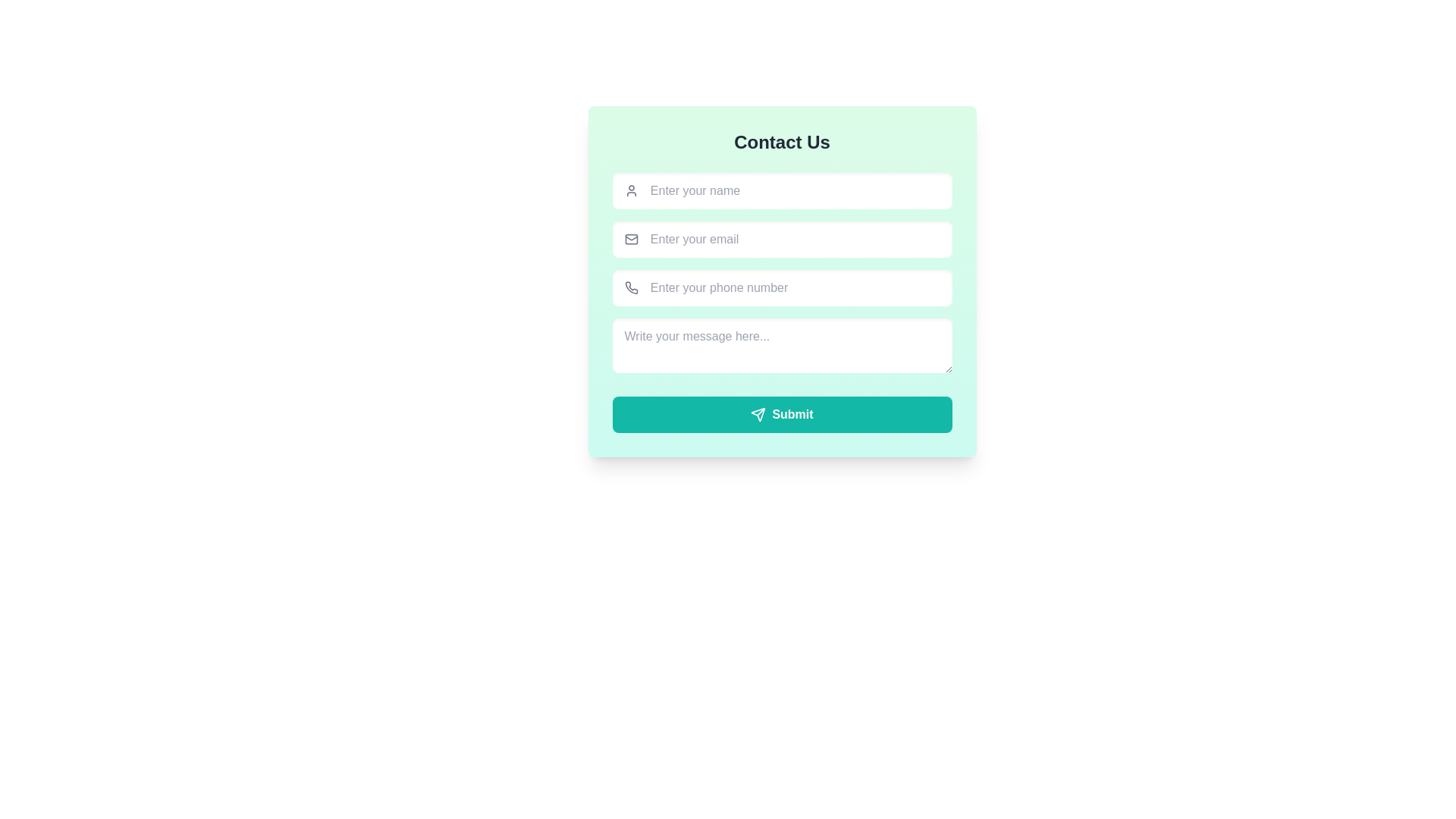 Image resolution: width=1456 pixels, height=819 pixels. I want to click on the small gray telephone handset icon located to the left of the 'Enter your phone number' placeholder text, so click(631, 288).